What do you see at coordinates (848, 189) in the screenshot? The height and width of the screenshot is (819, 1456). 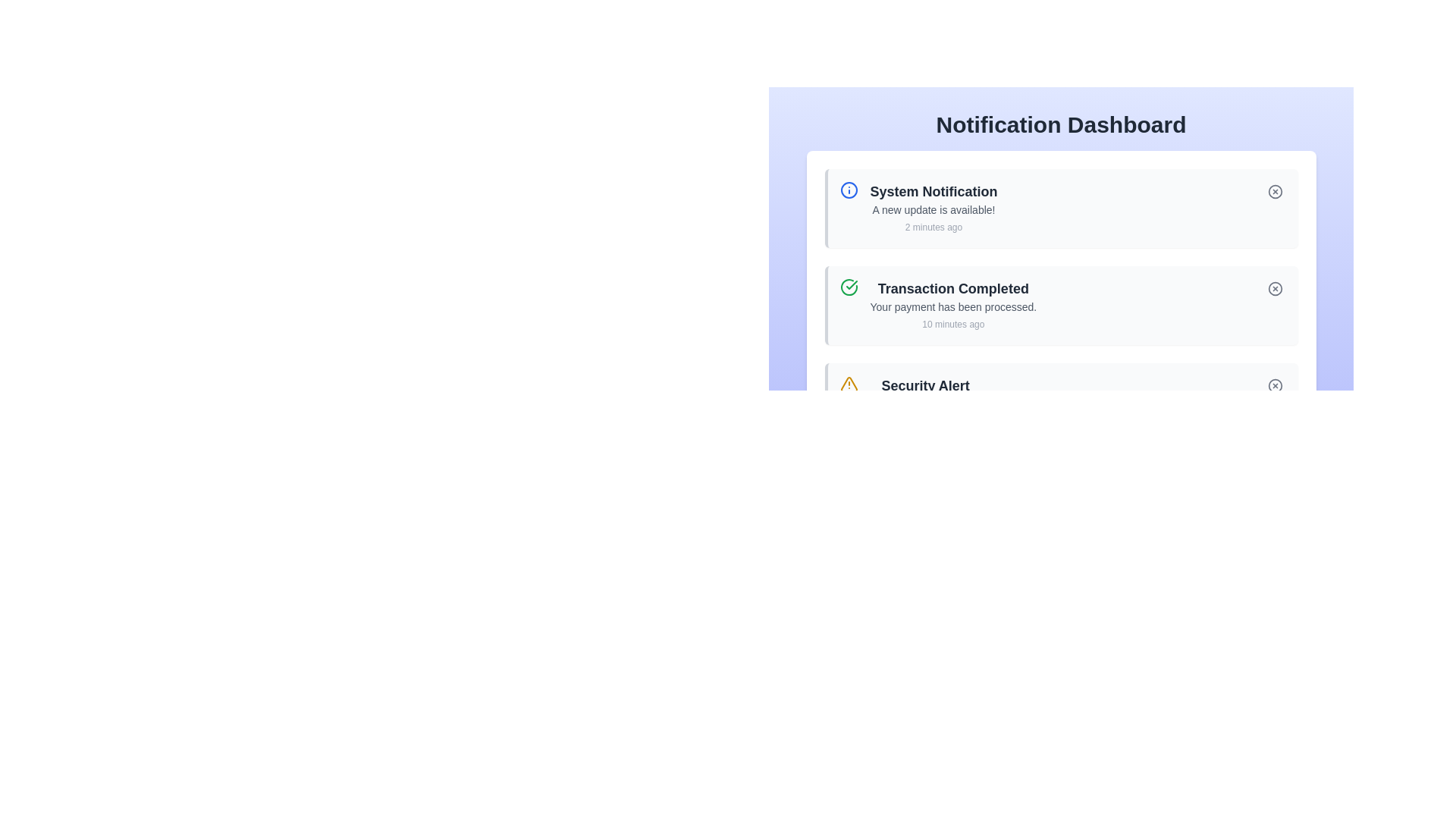 I see `the informational notification icon located at the top-left corner of the 'System Notification' card in the notification list` at bounding box center [848, 189].